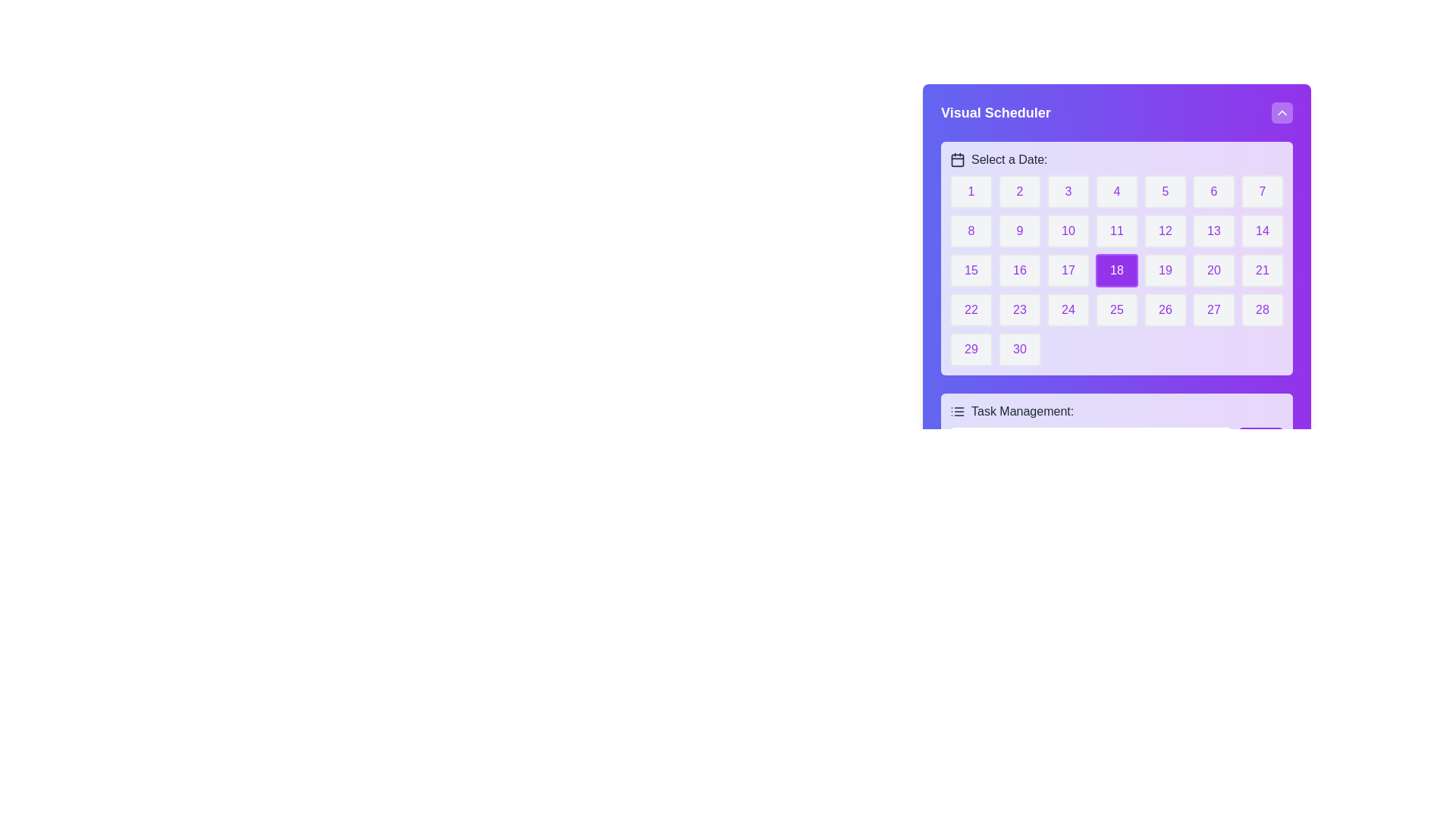  What do you see at coordinates (956, 412) in the screenshot?
I see `the task management icon located in the purple section at the bottom of the interface, which is aligned to the left of the text label 'Task Management:'` at bounding box center [956, 412].